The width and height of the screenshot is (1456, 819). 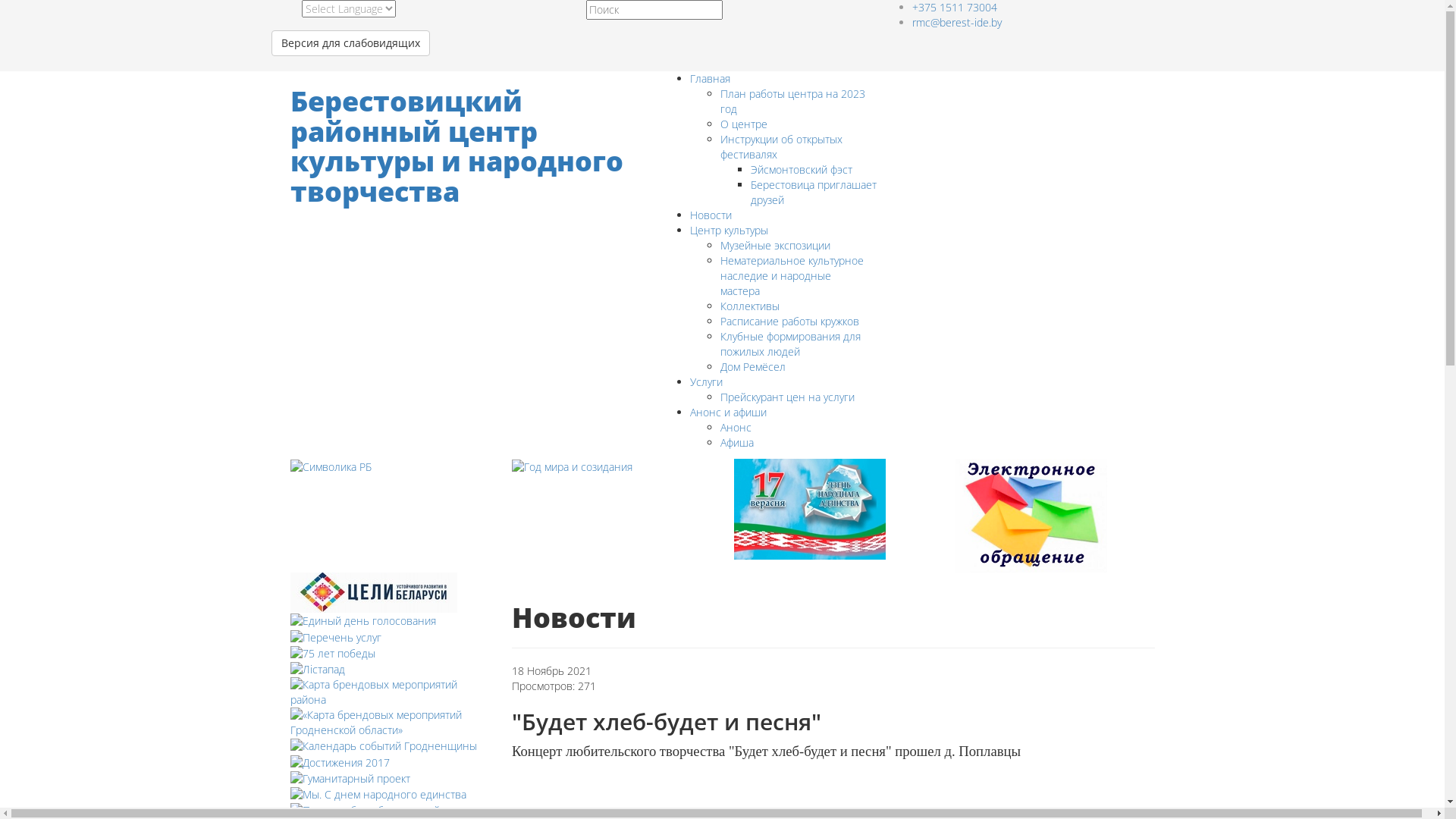 I want to click on '+375 1511 73004', so click(x=952, y=7).